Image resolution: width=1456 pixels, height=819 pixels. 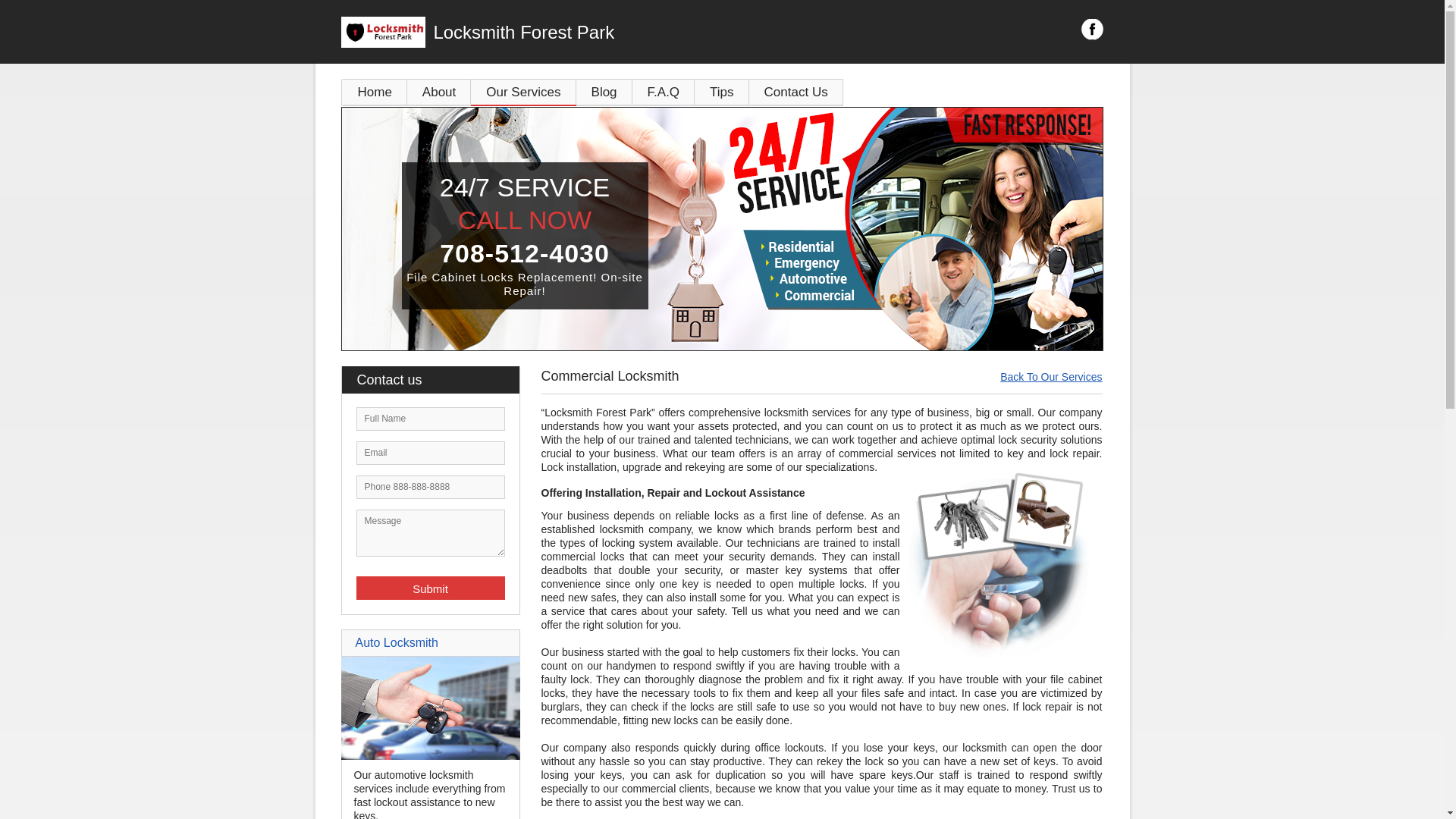 I want to click on 'Auto Locksmith', so click(x=429, y=755).